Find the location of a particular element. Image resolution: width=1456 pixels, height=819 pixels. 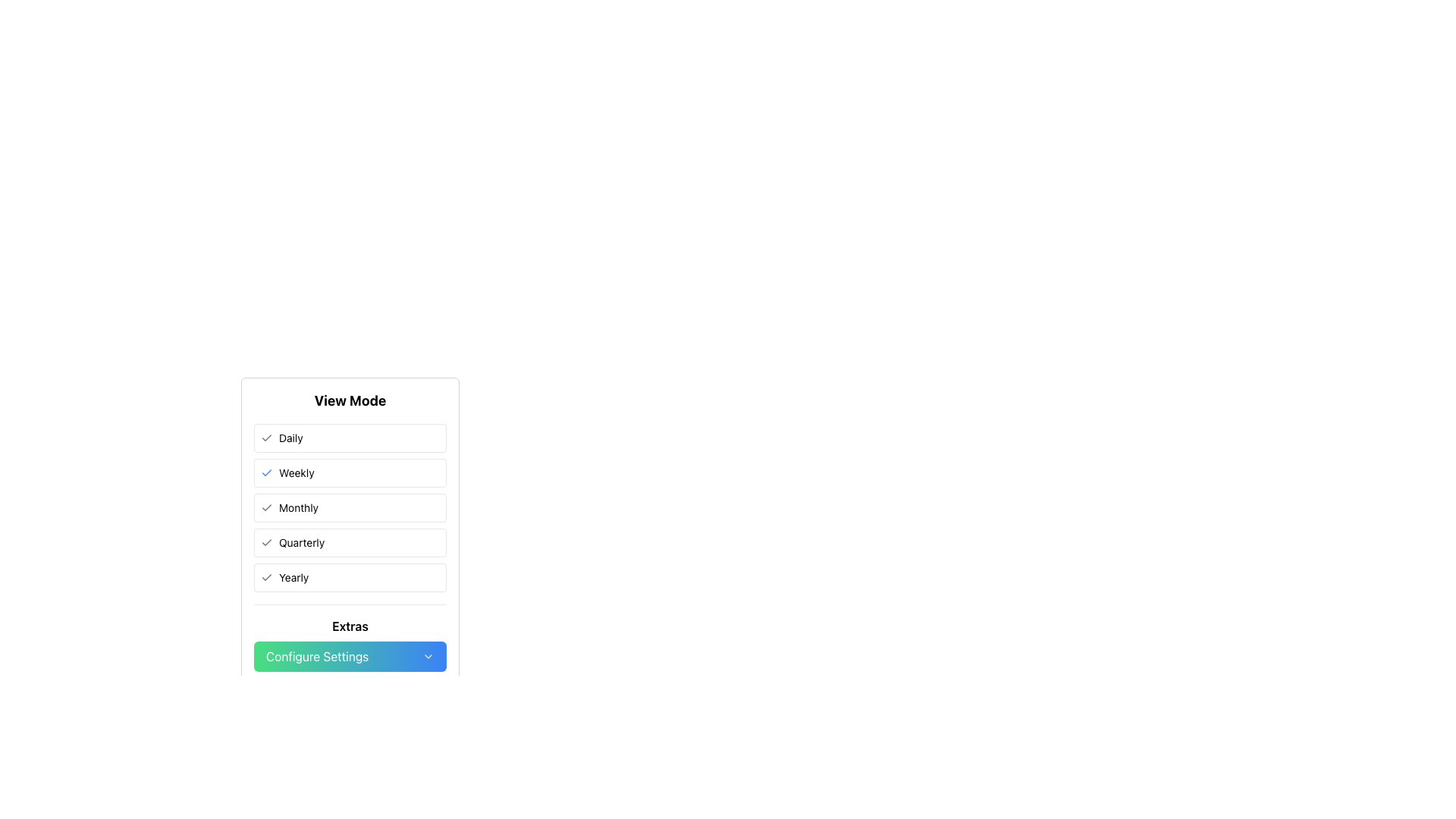

the text label that serves as a descriptor for the 'Daily' selection option, which is located to the right of the checkbox in the 'View Mode' section is located at coordinates (290, 438).